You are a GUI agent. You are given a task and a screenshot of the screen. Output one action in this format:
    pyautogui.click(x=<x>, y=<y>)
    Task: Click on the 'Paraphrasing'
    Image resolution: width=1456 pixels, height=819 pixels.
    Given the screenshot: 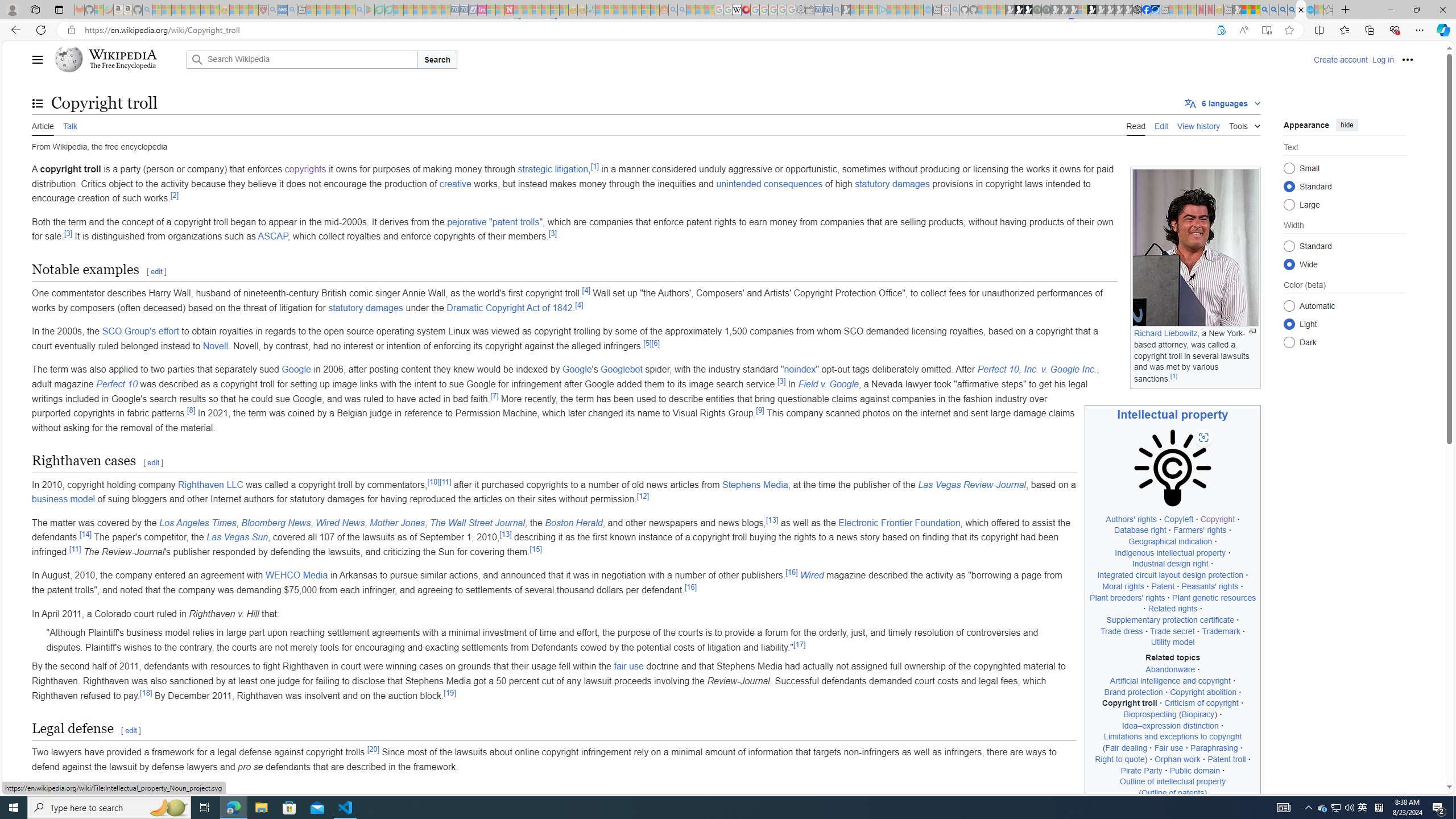 What is the action you would take?
    pyautogui.click(x=1214, y=747)
    